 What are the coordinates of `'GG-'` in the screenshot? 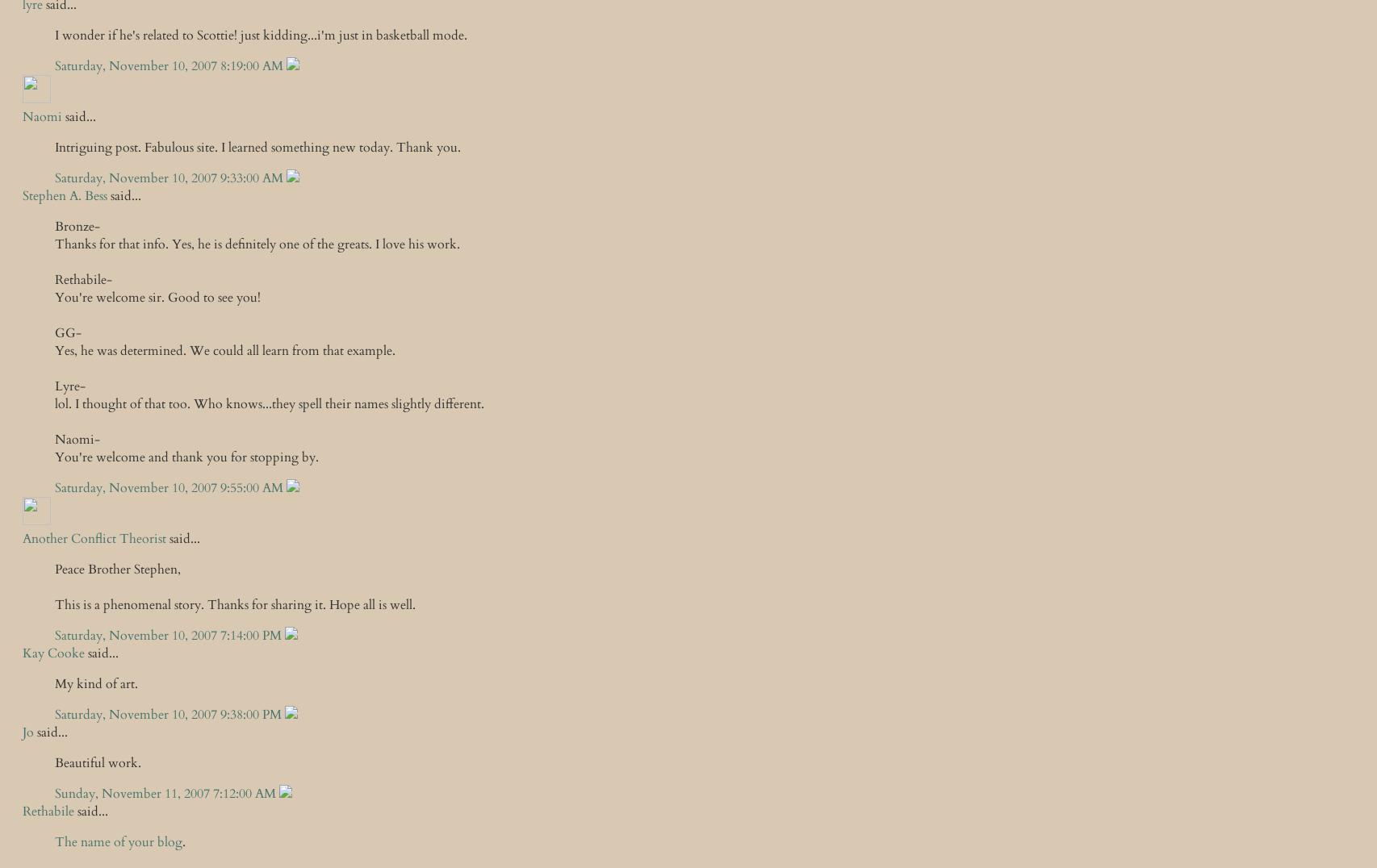 It's located at (68, 332).